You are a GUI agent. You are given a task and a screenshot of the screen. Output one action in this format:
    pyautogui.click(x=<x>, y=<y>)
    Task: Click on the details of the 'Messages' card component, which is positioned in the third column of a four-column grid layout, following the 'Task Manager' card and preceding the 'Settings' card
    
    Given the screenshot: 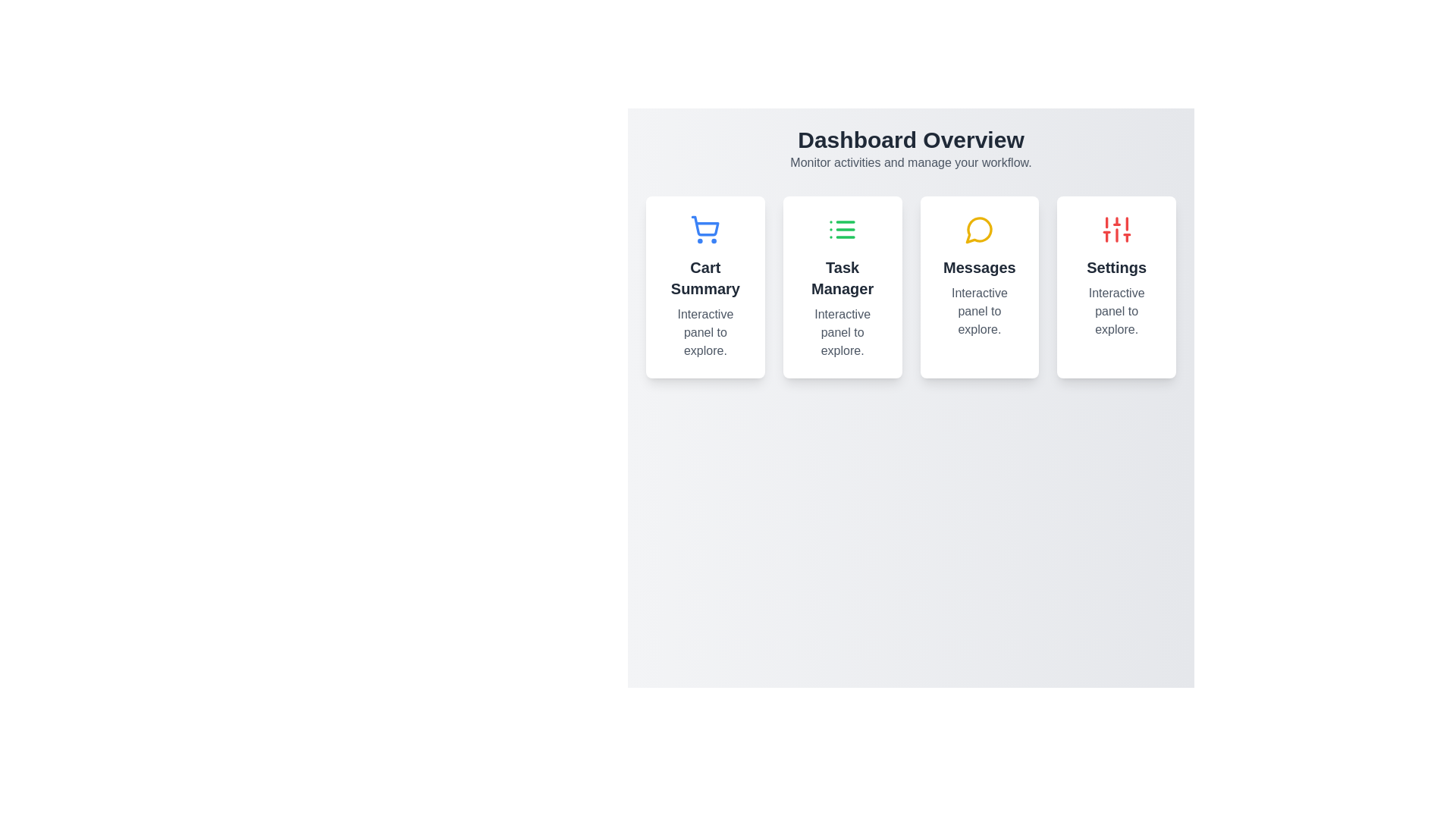 What is the action you would take?
    pyautogui.click(x=979, y=287)
    